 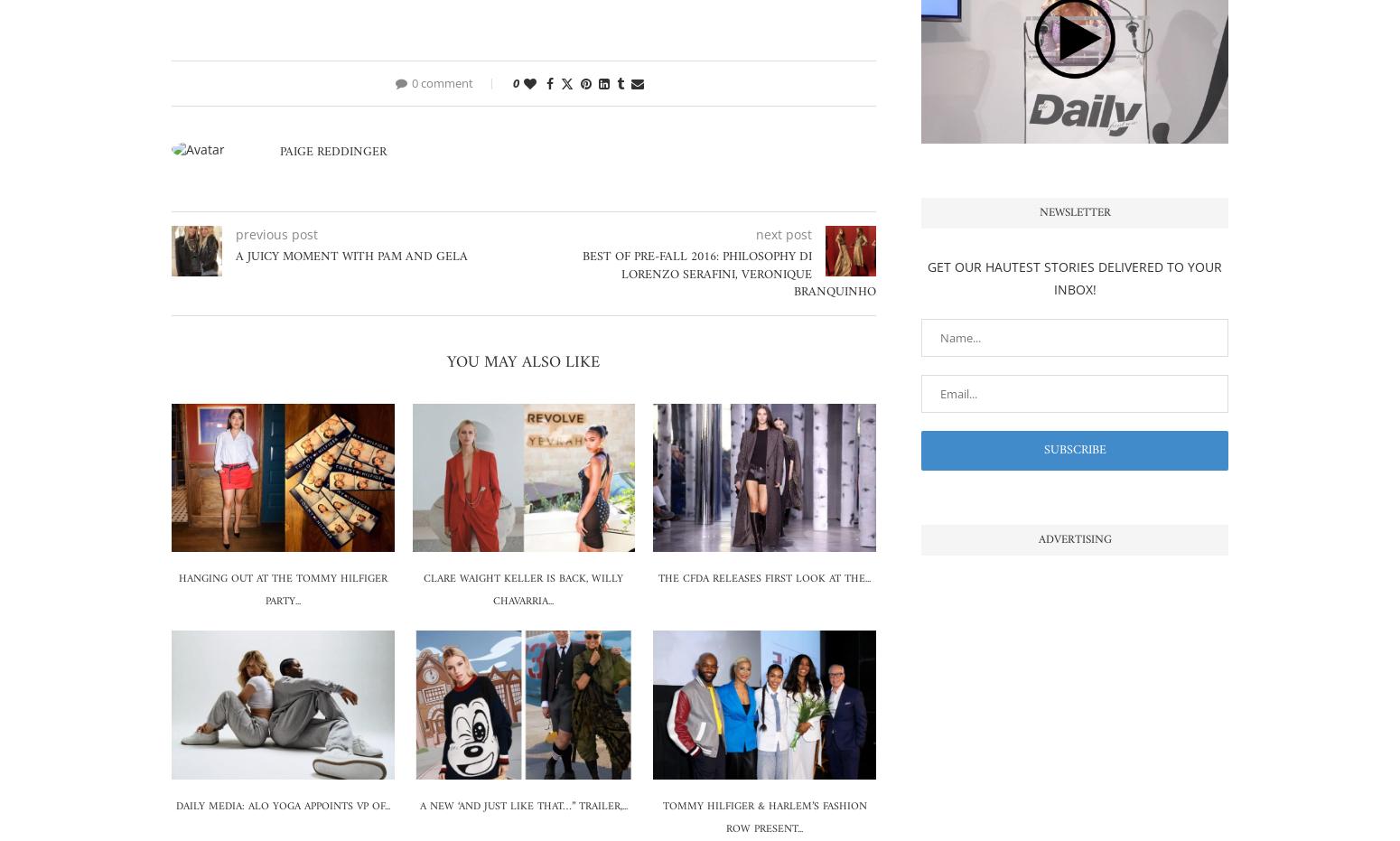 What do you see at coordinates (441, 82) in the screenshot?
I see `'0 comment'` at bounding box center [441, 82].